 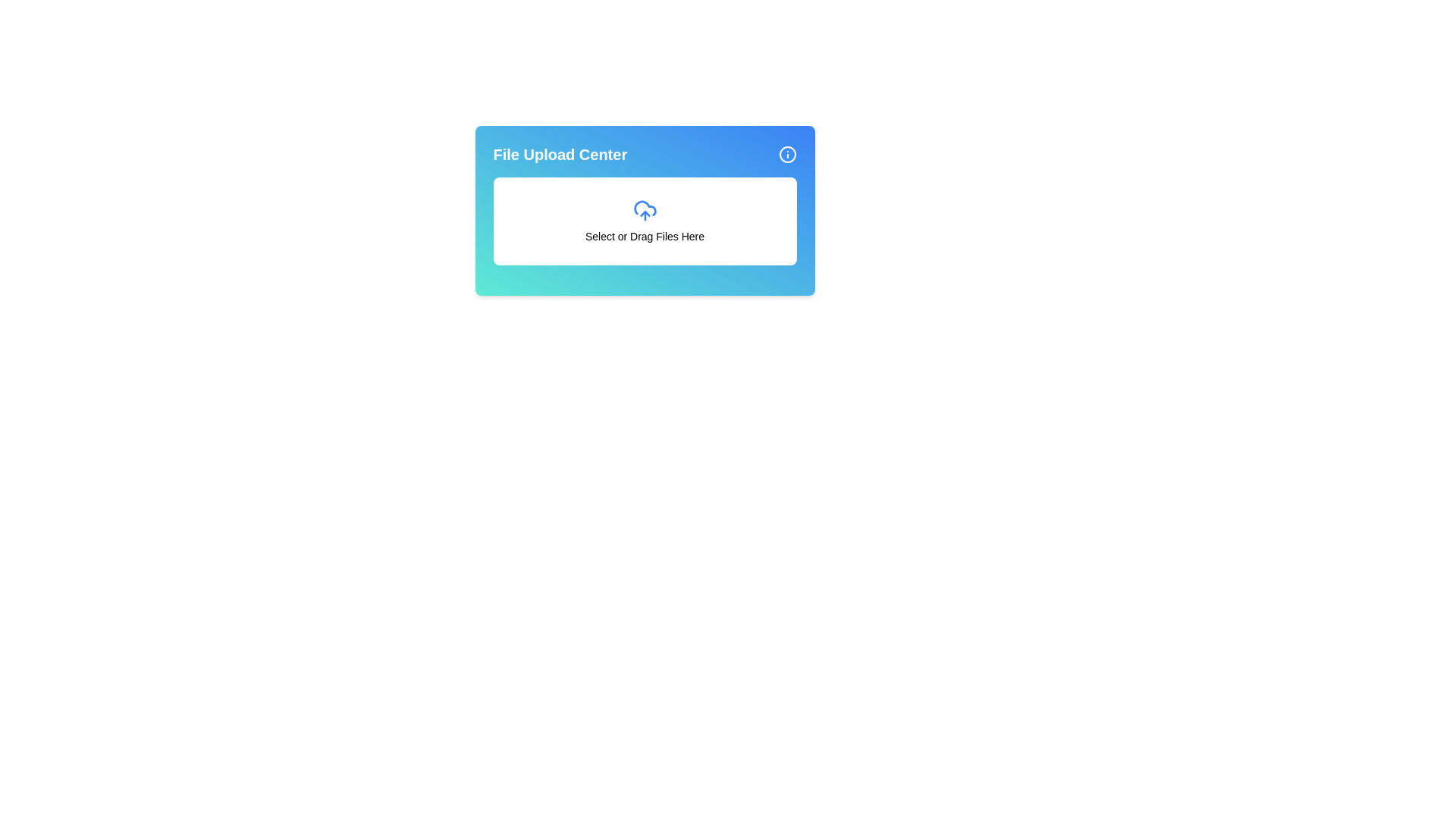 I want to click on the circular information icon with a white stroke on a blue background, positioned at the top-right corner of the 'File Upload Center' header, so click(x=787, y=155).